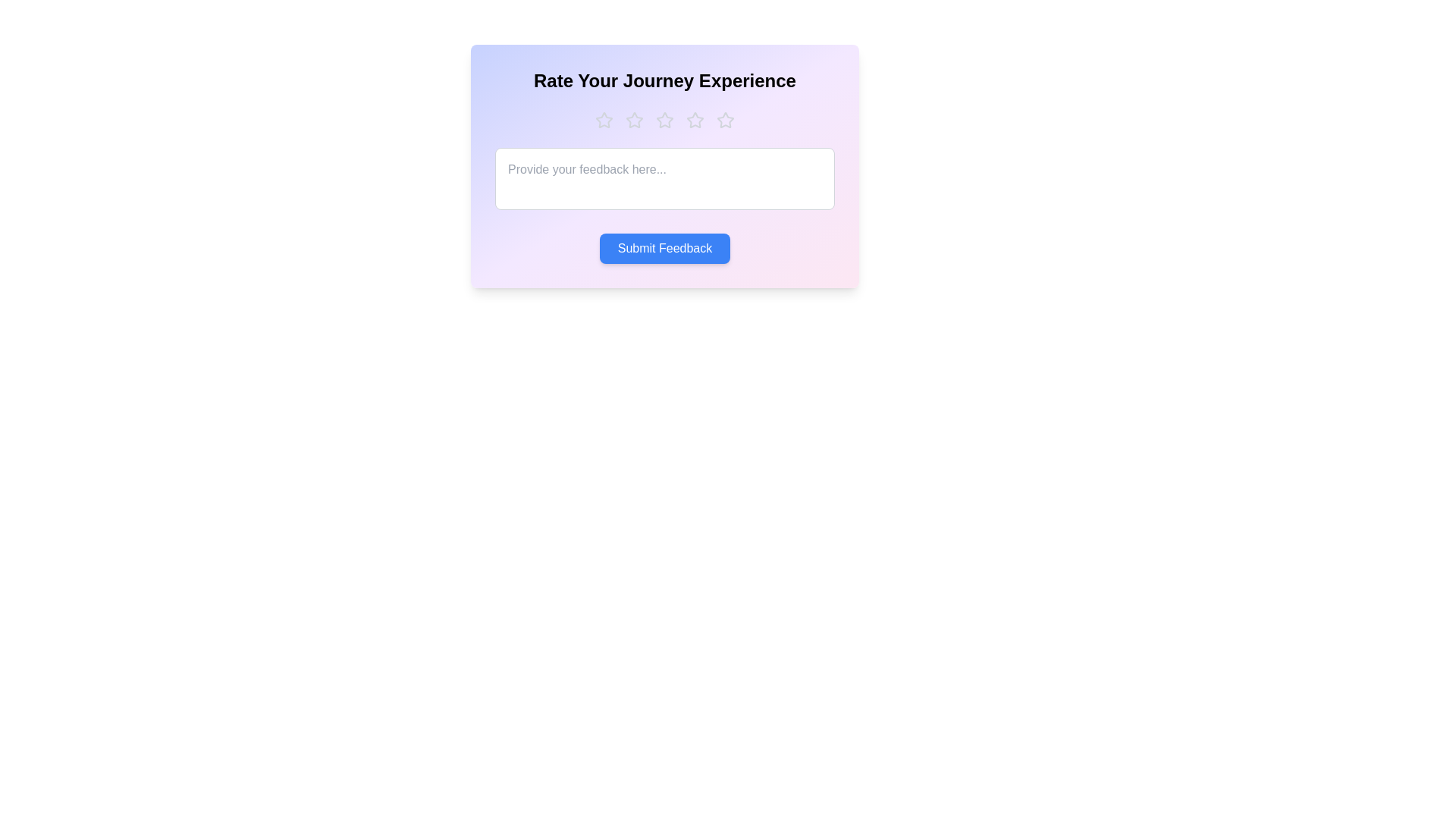 This screenshot has height=819, width=1456. I want to click on the star corresponding to the desired rating 2 to set the rating, so click(634, 119).